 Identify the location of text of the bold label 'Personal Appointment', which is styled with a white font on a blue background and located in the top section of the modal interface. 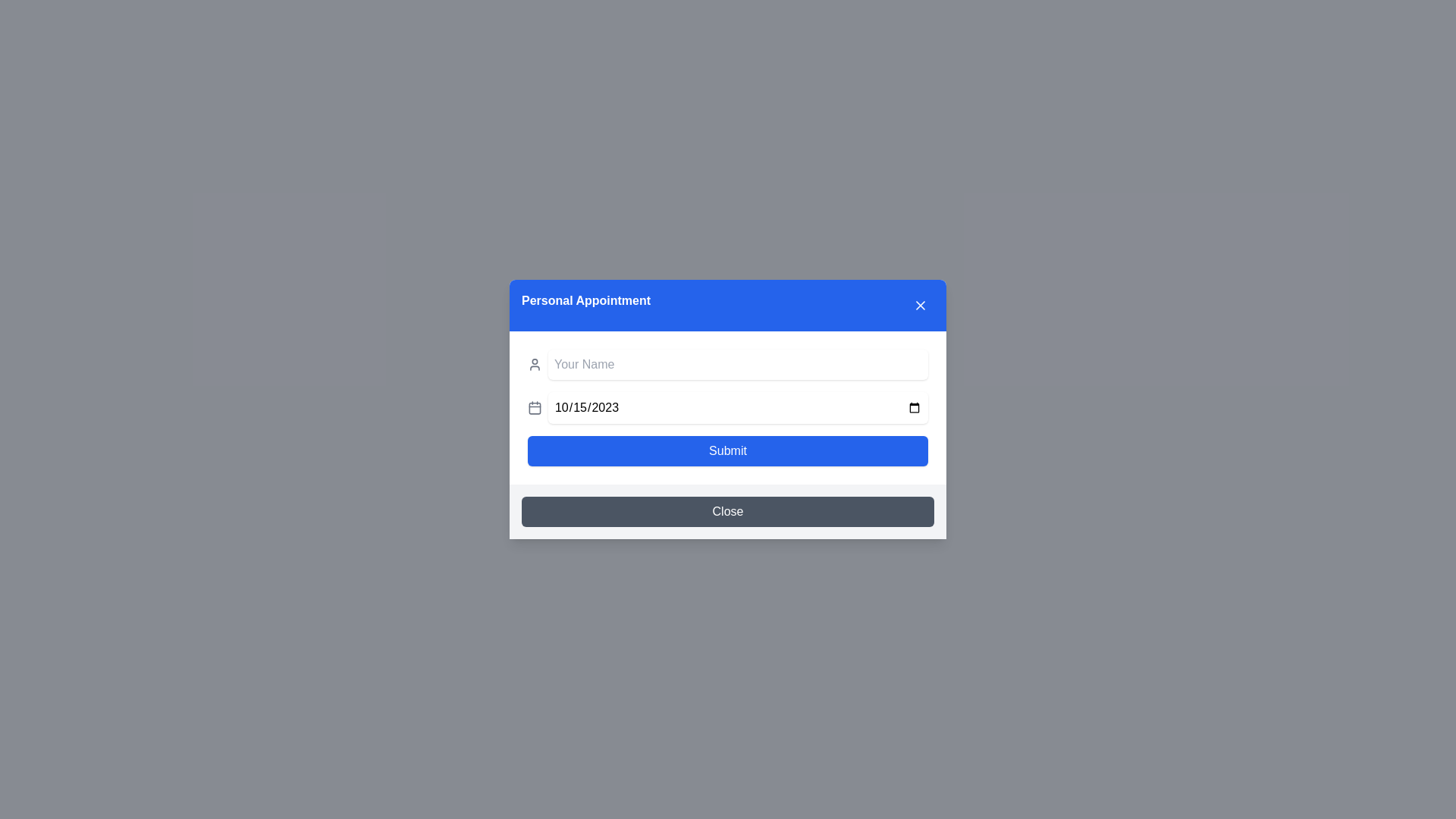
(585, 305).